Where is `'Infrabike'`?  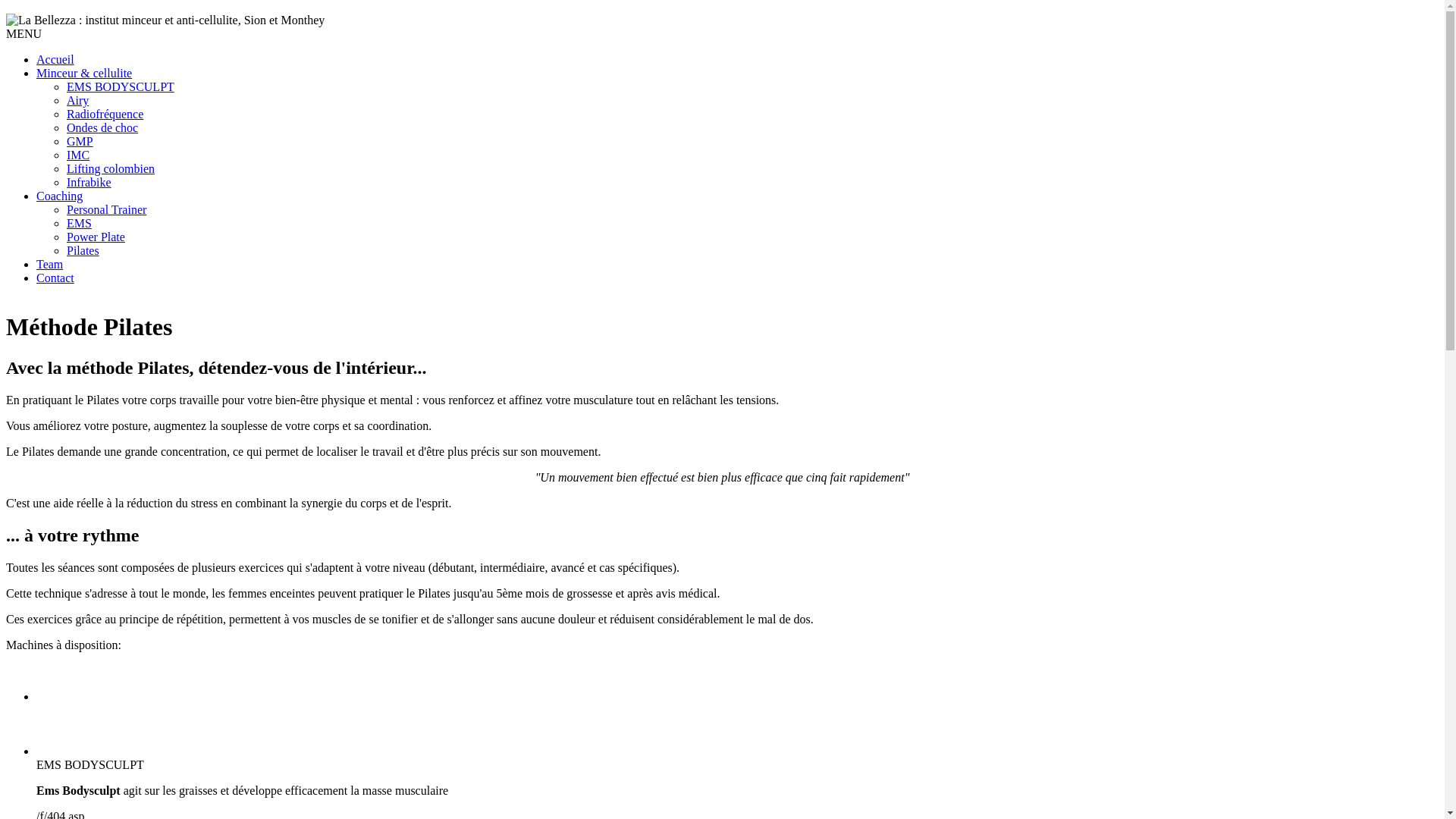 'Infrabike' is located at coordinates (88, 181).